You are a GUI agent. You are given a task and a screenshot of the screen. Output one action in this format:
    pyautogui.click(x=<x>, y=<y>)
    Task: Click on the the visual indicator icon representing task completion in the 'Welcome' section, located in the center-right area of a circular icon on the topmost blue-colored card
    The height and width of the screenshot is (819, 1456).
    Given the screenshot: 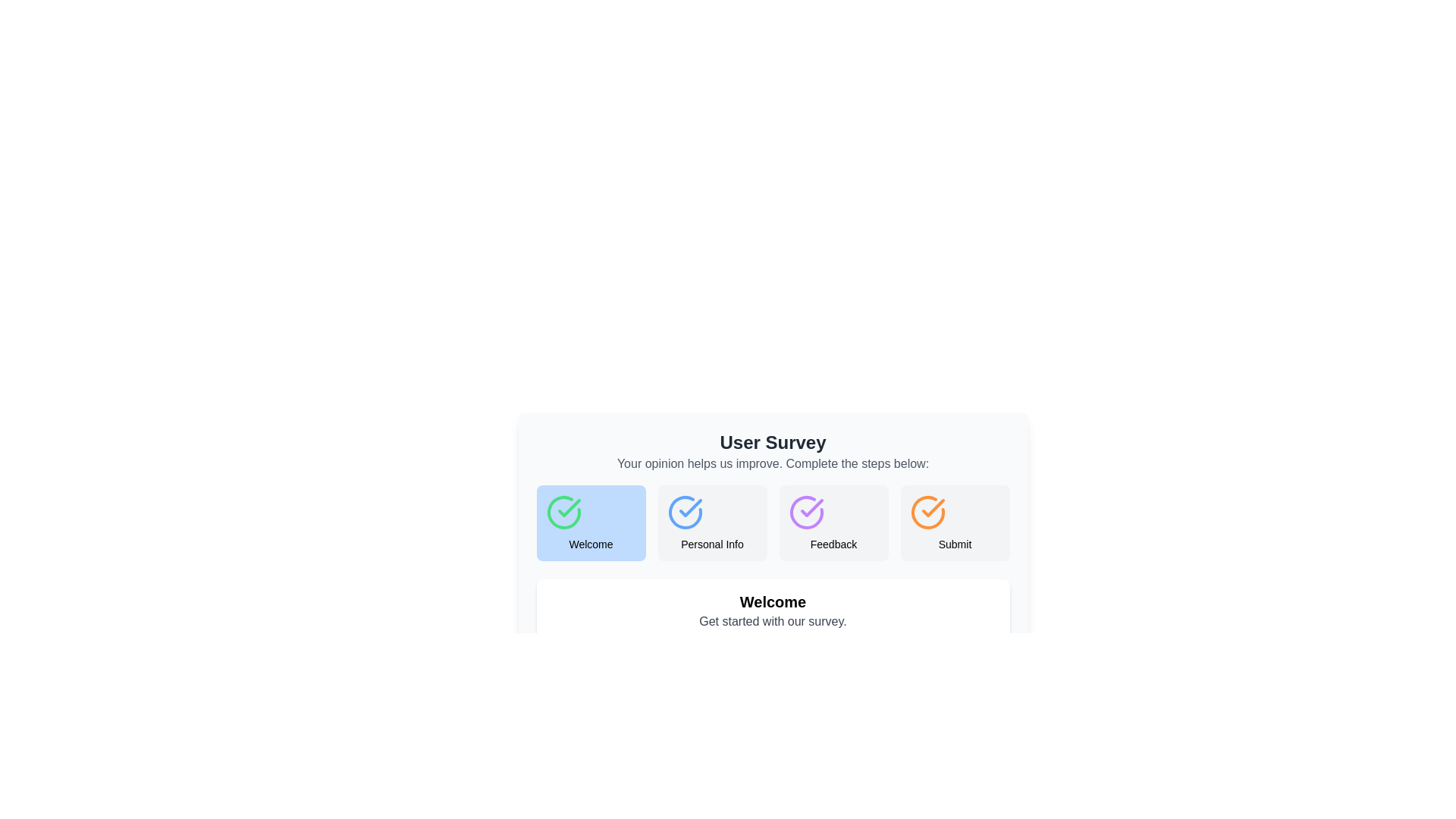 What is the action you would take?
    pyautogui.click(x=568, y=508)
    